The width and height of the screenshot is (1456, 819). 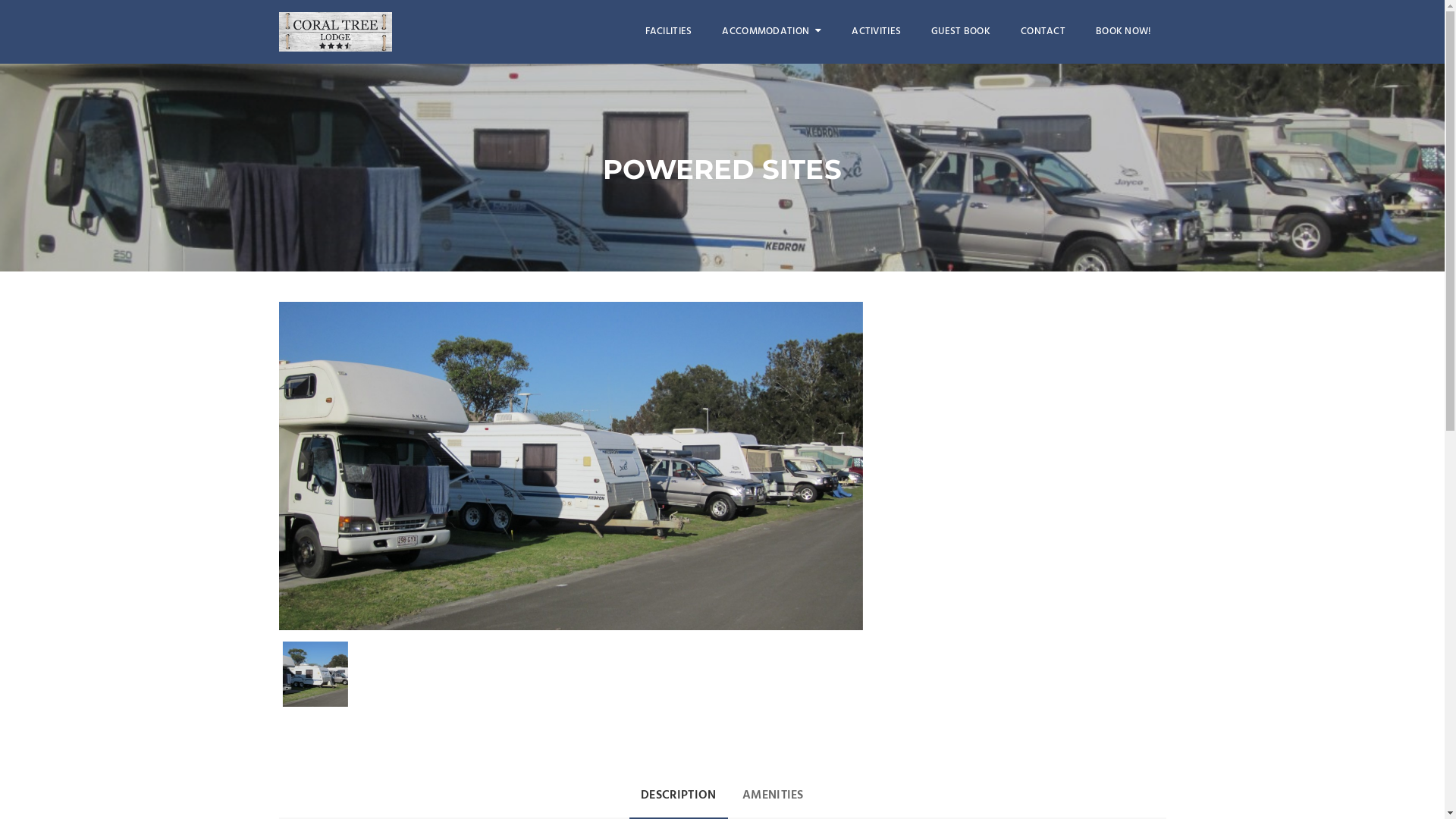 What do you see at coordinates (1042, 32) in the screenshot?
I see `'CONTACT'` at bounding box center [1042, 32].